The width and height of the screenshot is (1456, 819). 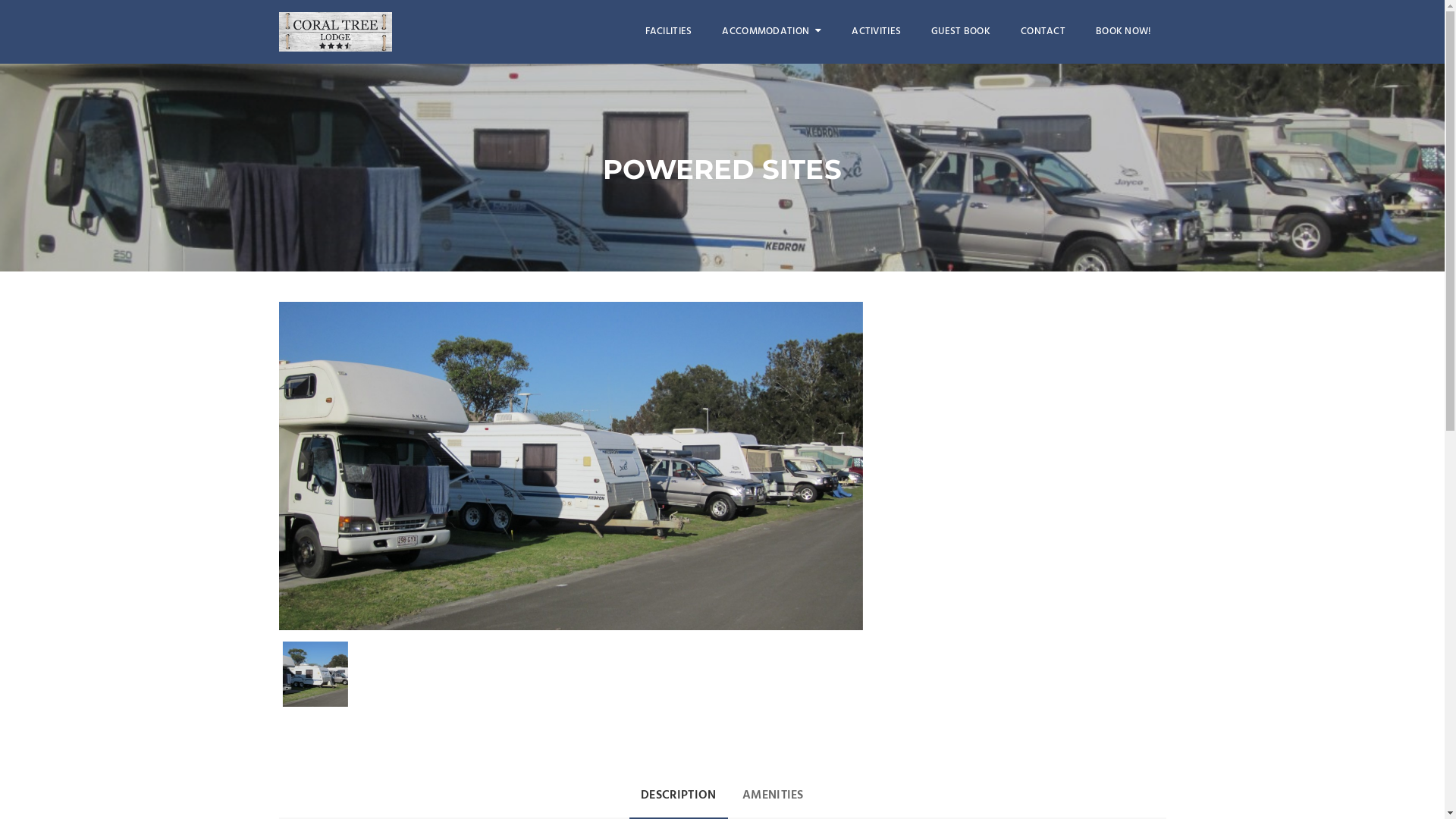 What do you see at coordinates (1042, 32) in the screenshot?
I see `'CONTACT'` at bounding box center [1042, 32].